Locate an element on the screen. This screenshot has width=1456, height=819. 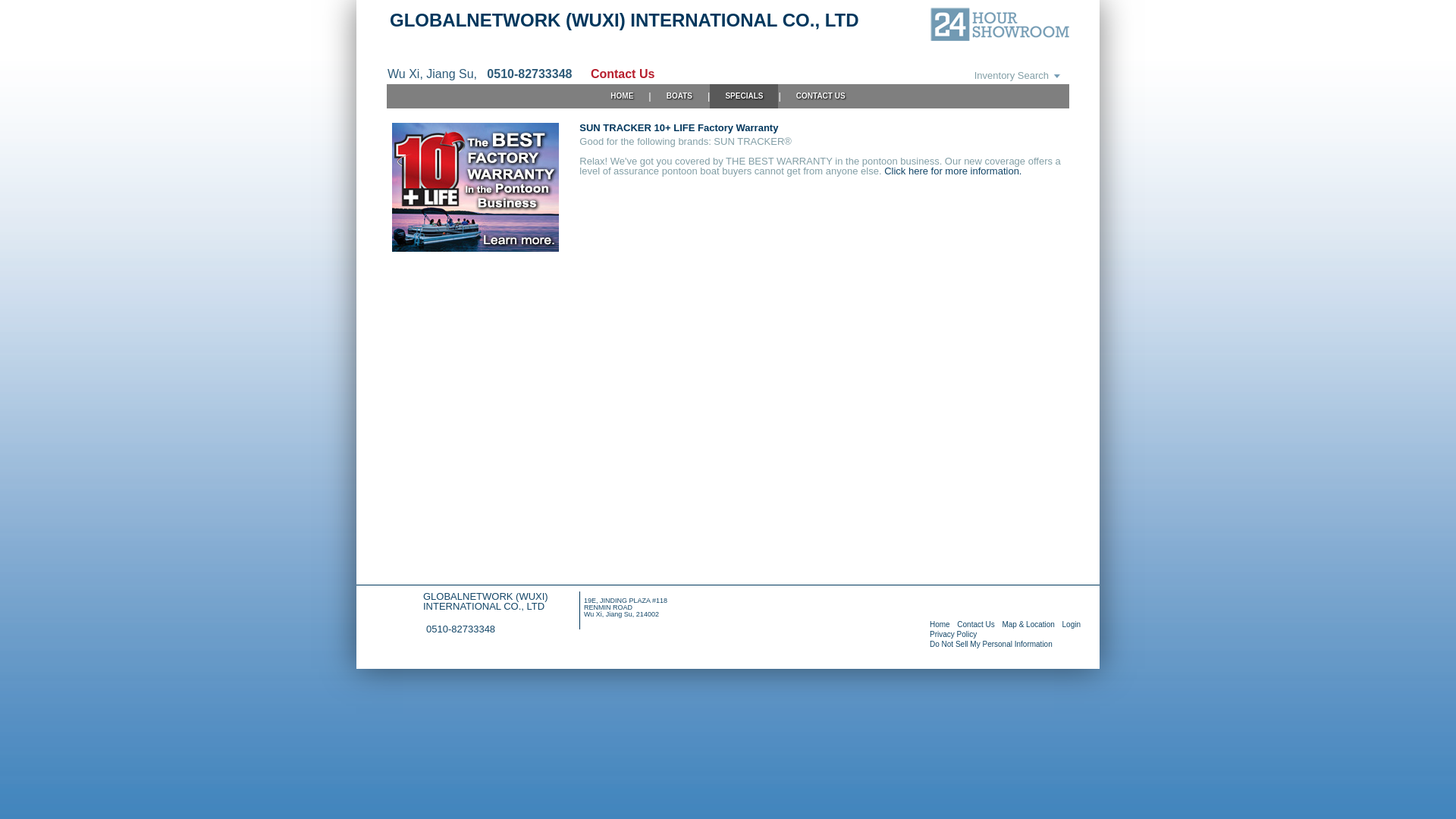
'Privacy Policy' is located at coordinates (952, 634).